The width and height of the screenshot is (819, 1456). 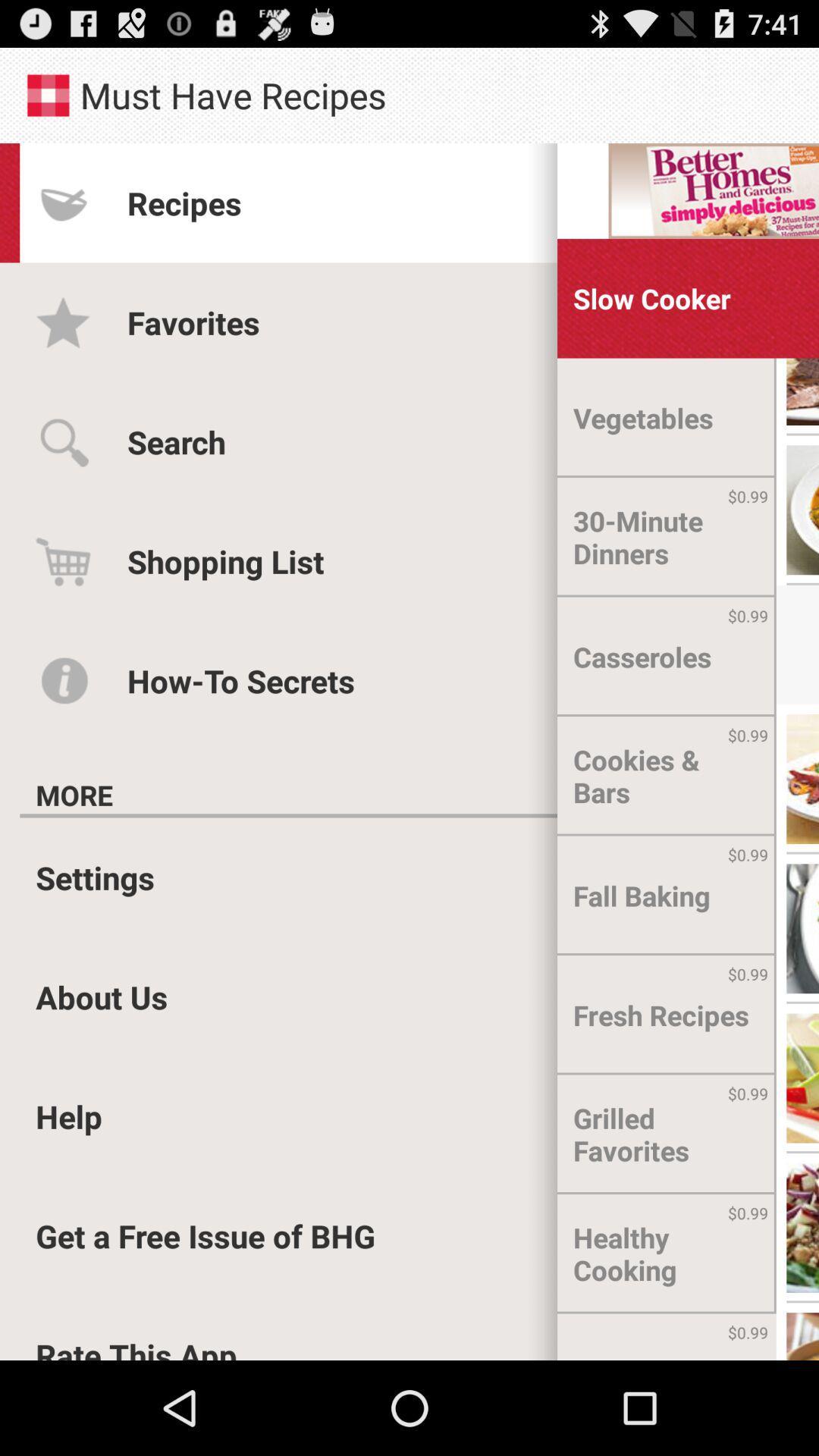 I want to click on the item to the left of the $0.99 item, so click(x=626, y=1337).